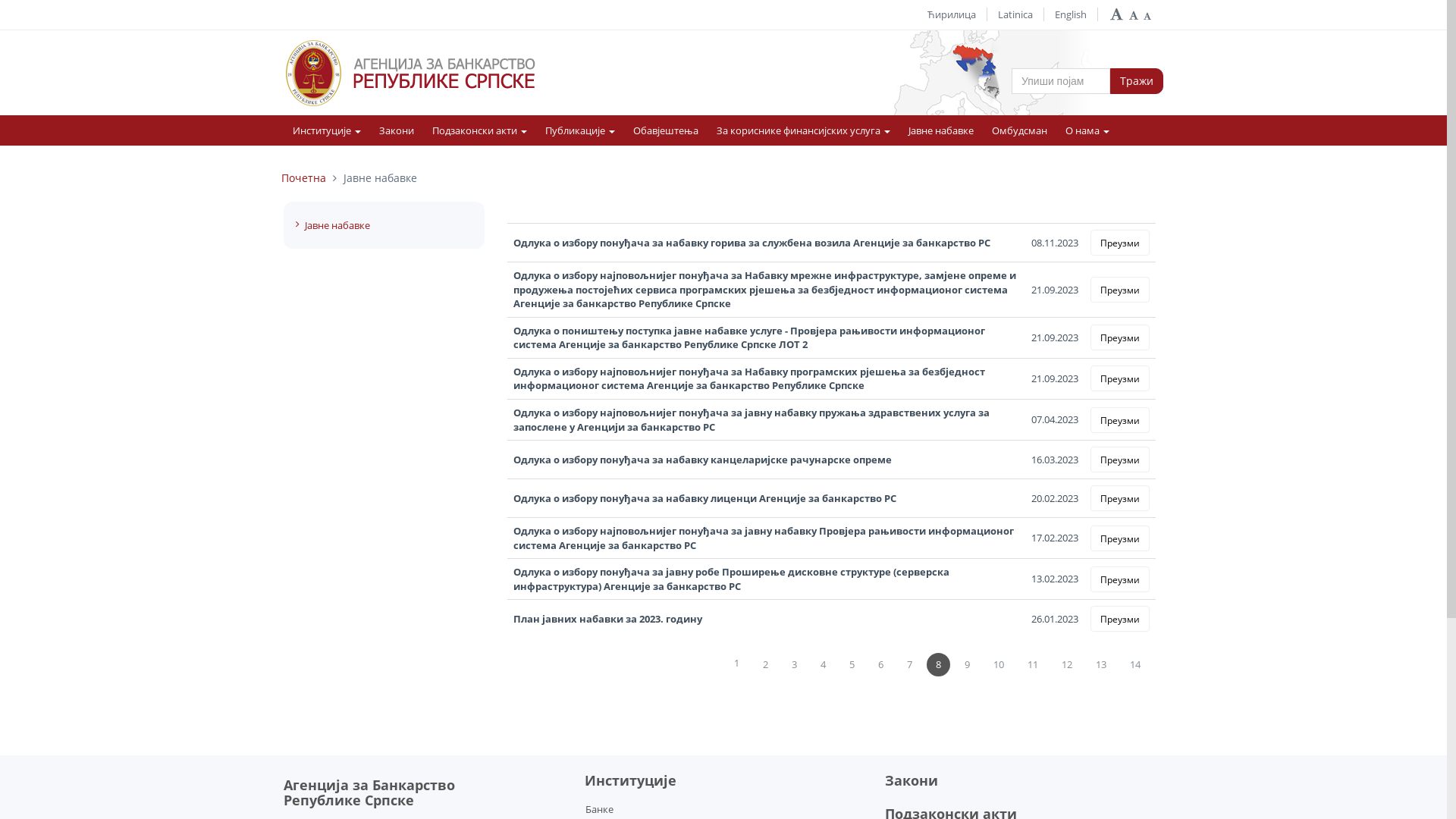 The image size is (1456, 819). I want to click on '10', so click(998, 664).